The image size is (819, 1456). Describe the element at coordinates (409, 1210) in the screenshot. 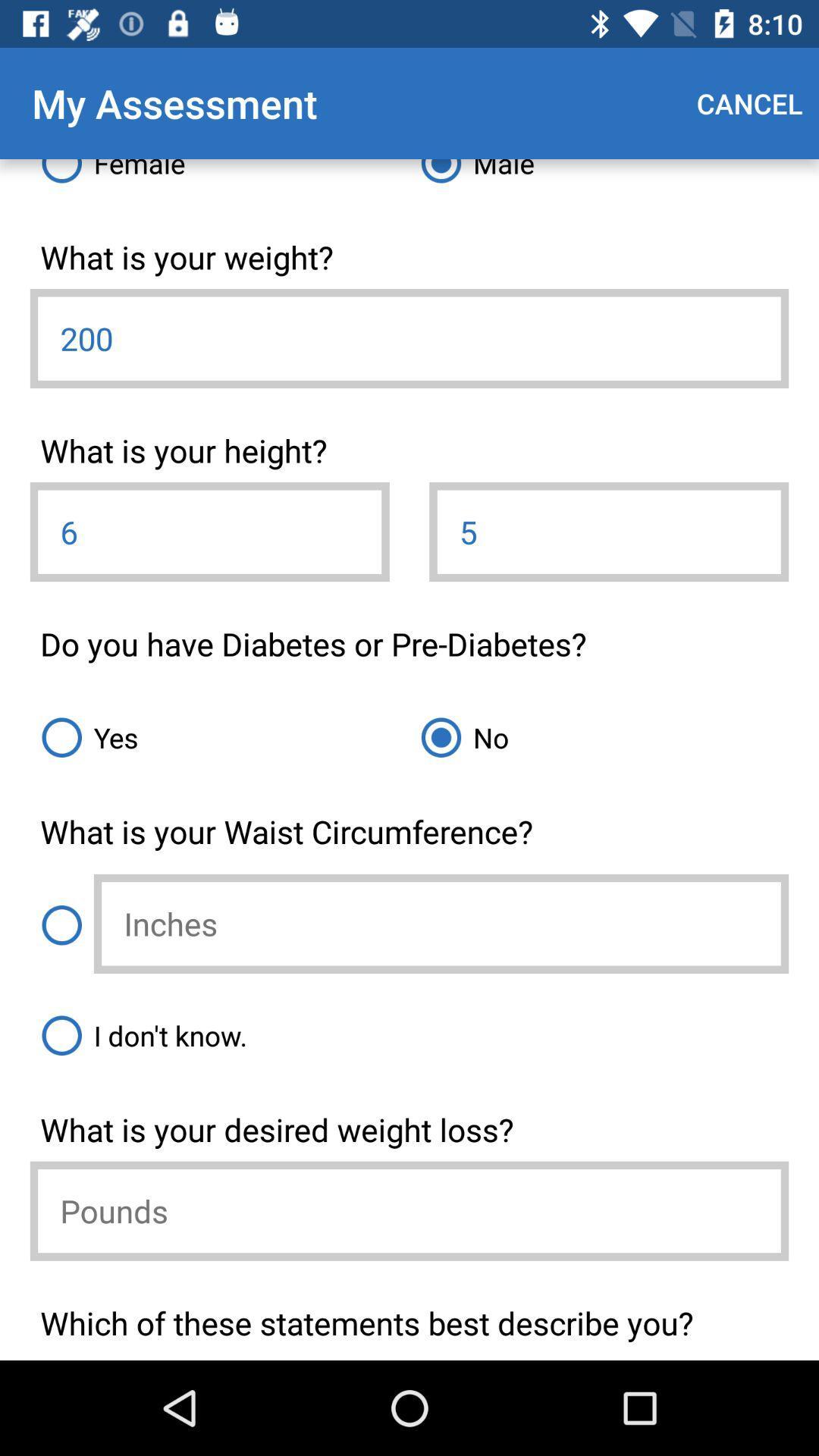

I see `insert pounds field` at that location.